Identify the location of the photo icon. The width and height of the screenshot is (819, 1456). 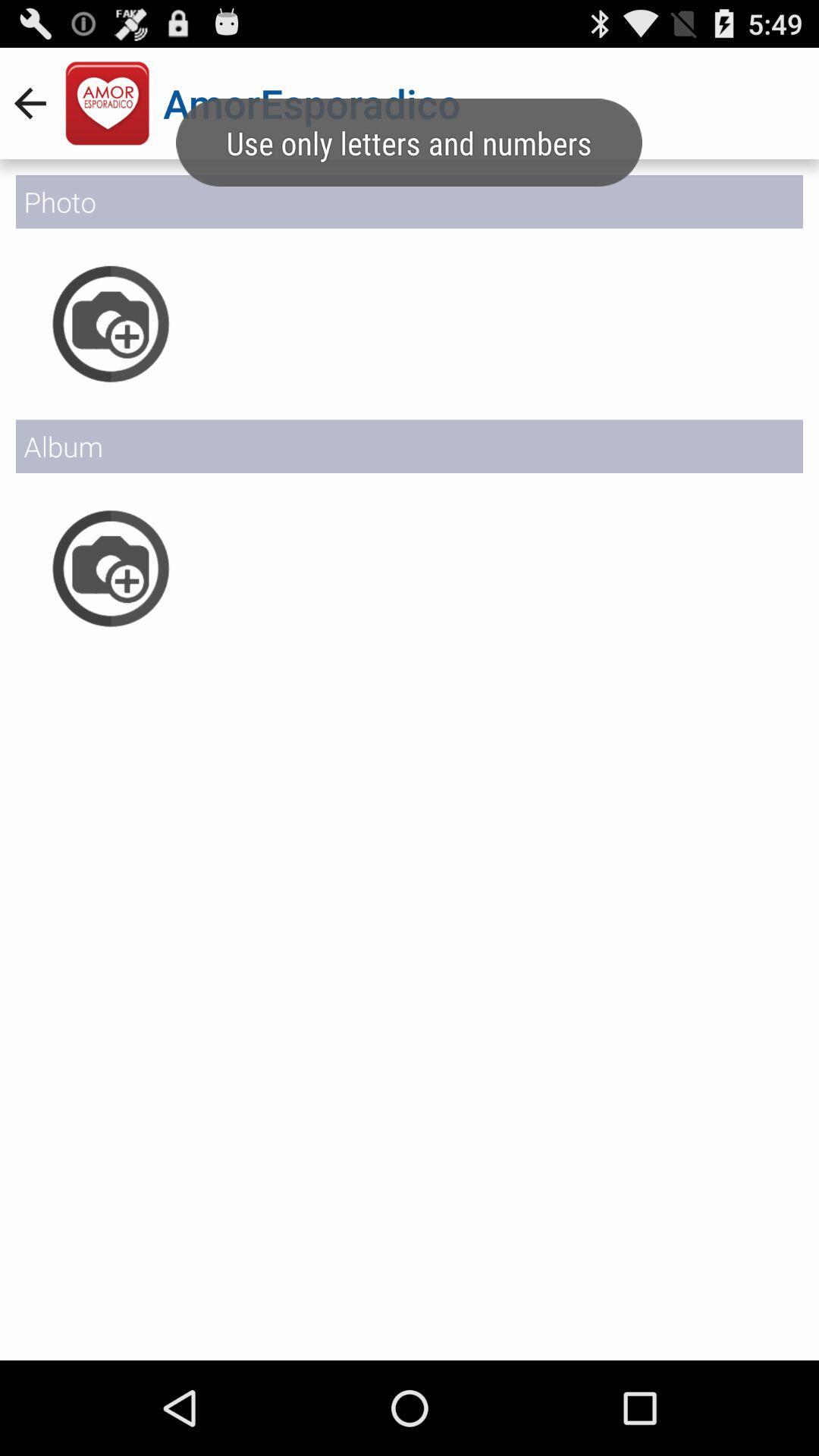
(110, 608).